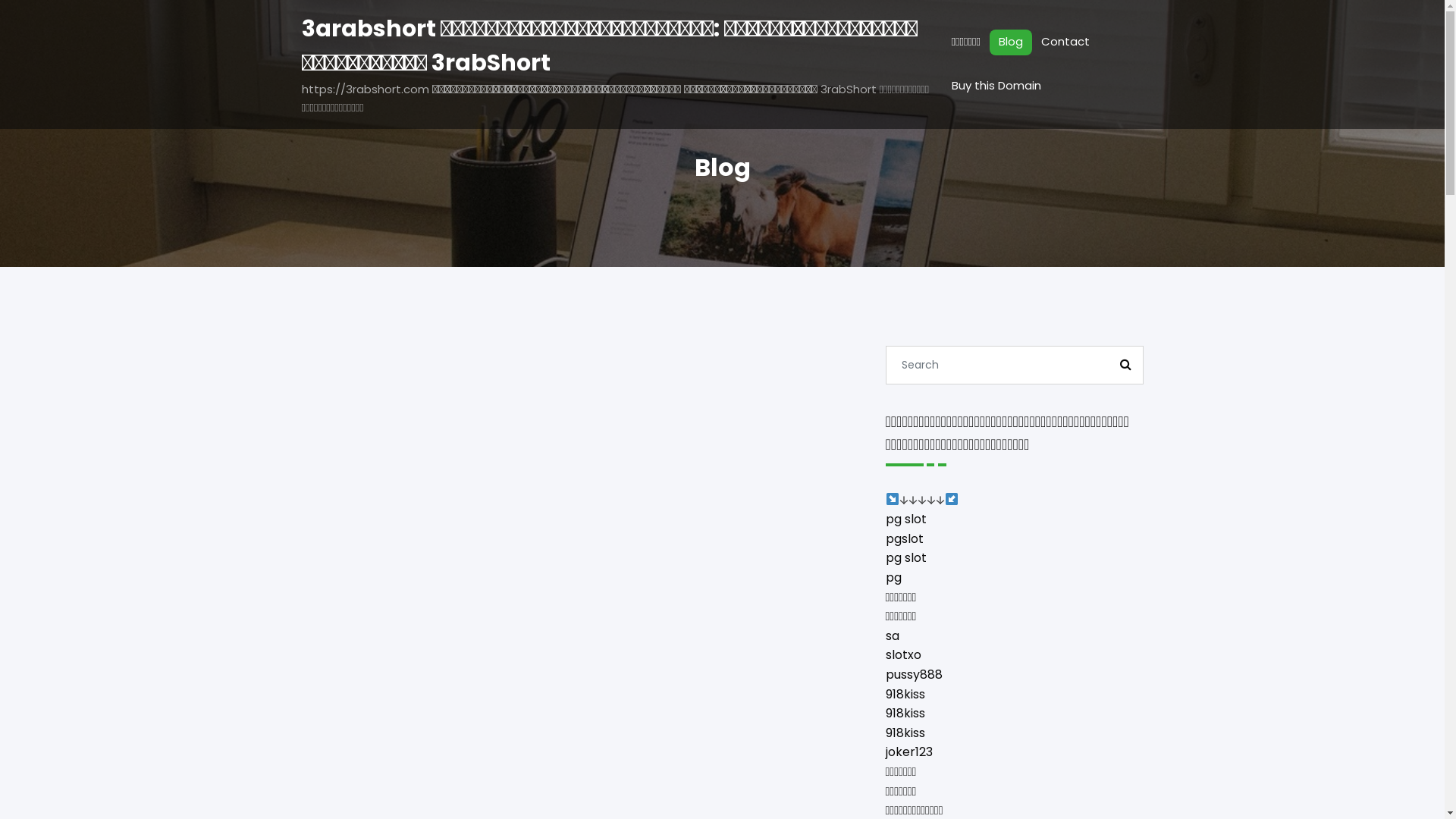  What do you see at coordinates (1065, 42) in the screenshot?
I see `'Contact'` at bounding box center [1065, 42].